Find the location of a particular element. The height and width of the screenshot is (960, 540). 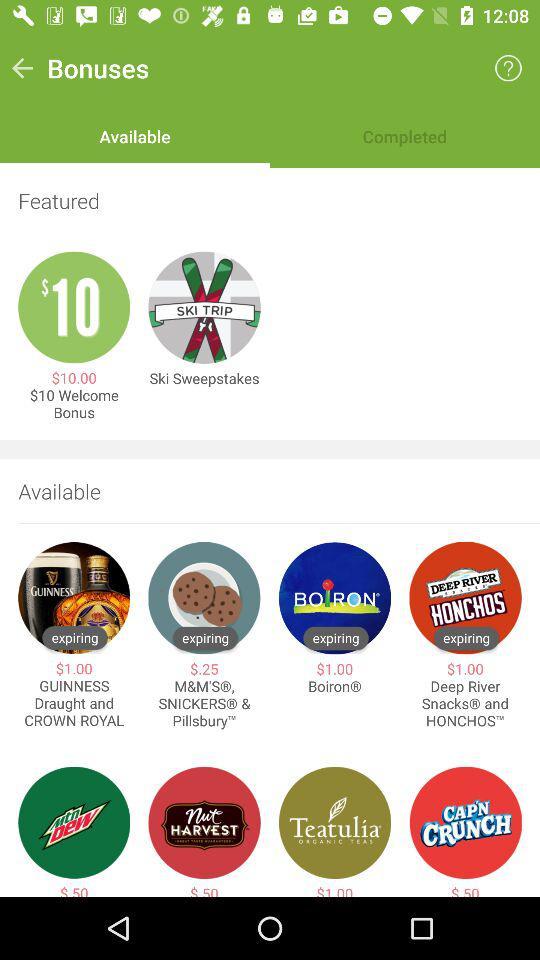

the icon below the $1.00 is located at coordinates (335, 686).